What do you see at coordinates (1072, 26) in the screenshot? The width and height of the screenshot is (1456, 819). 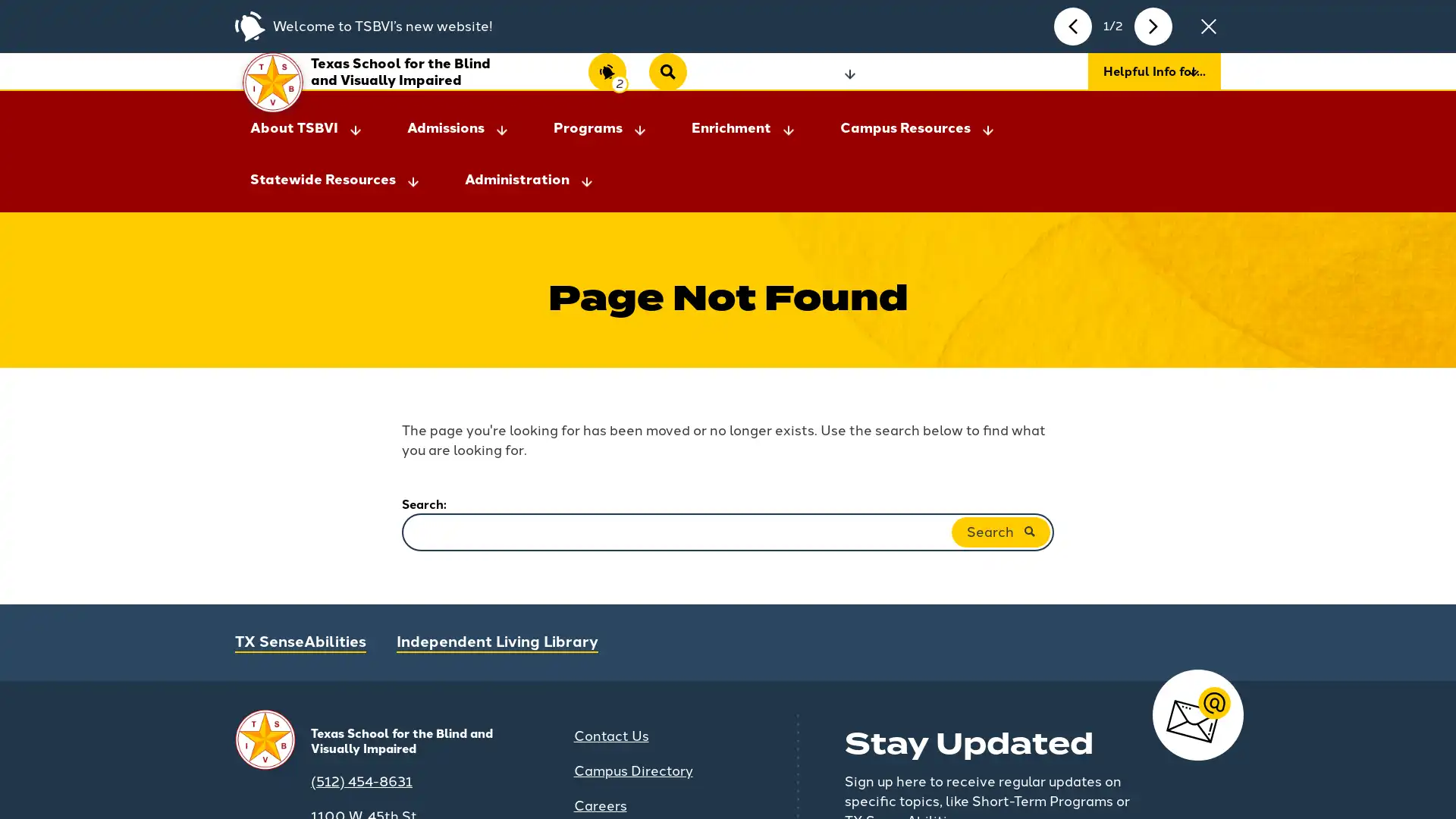 I see `Go to last slide` at bounding box center [1072, 26].